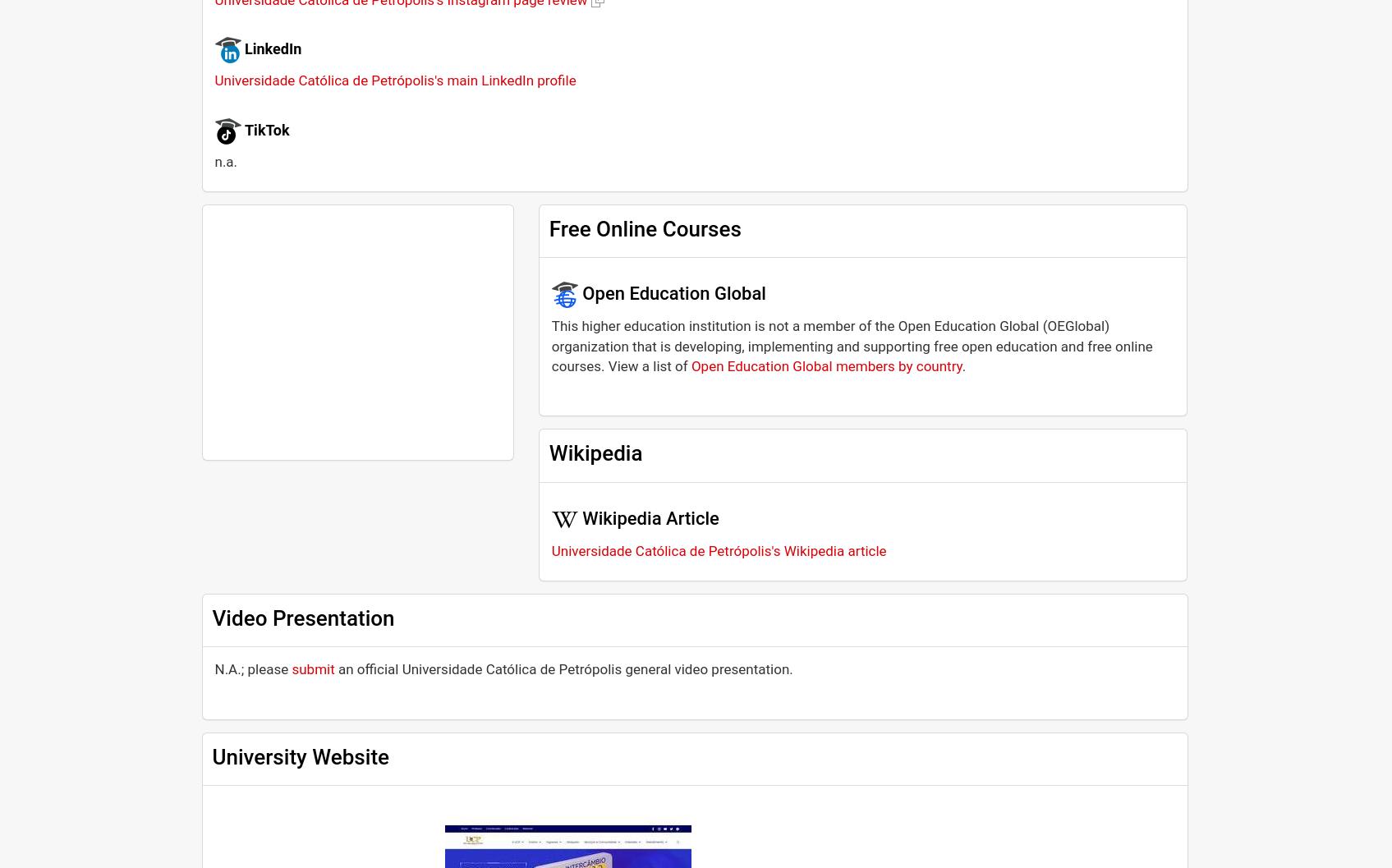 This screenshot has height=868, width=1392. I want to click on 'Universidade Católica de Petrópolis's main LinkedIn profile', so click(214, 79).